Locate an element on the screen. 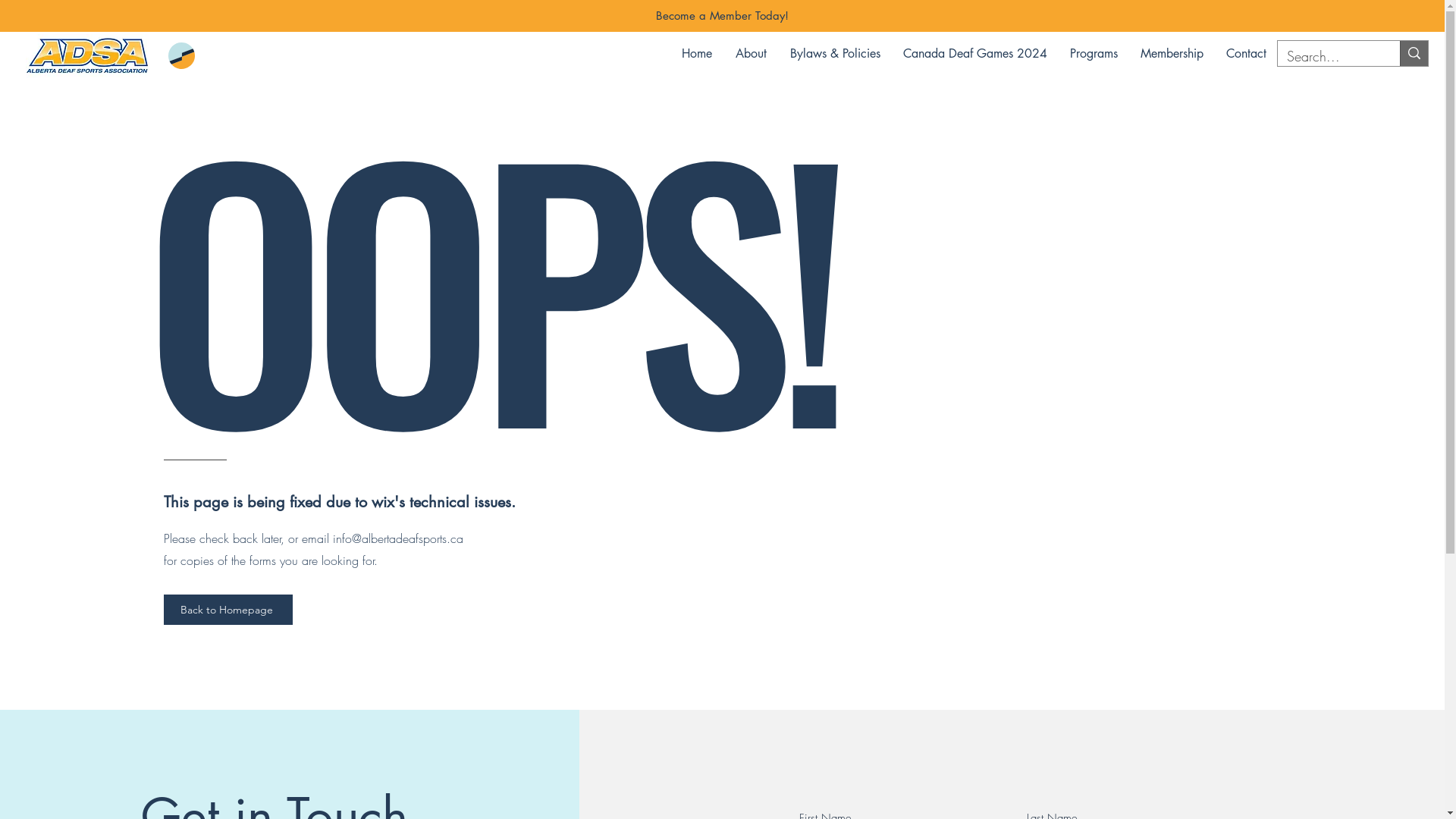  'Membership' is located at coordinates (1171, 52).